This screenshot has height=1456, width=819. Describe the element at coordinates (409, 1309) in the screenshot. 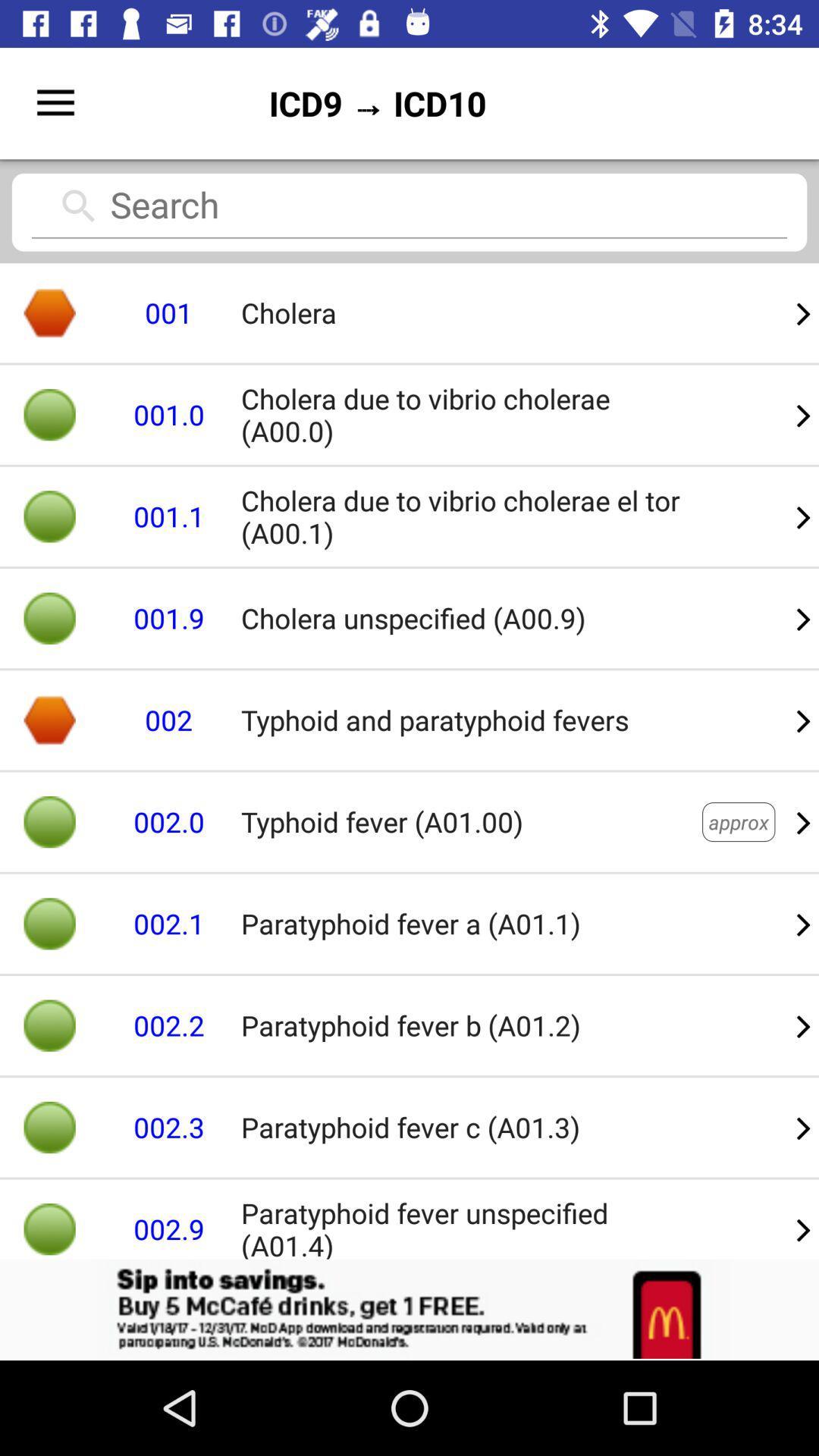

I see `sip into savings buy 5 mcafe drinks get 1 free` at that location.